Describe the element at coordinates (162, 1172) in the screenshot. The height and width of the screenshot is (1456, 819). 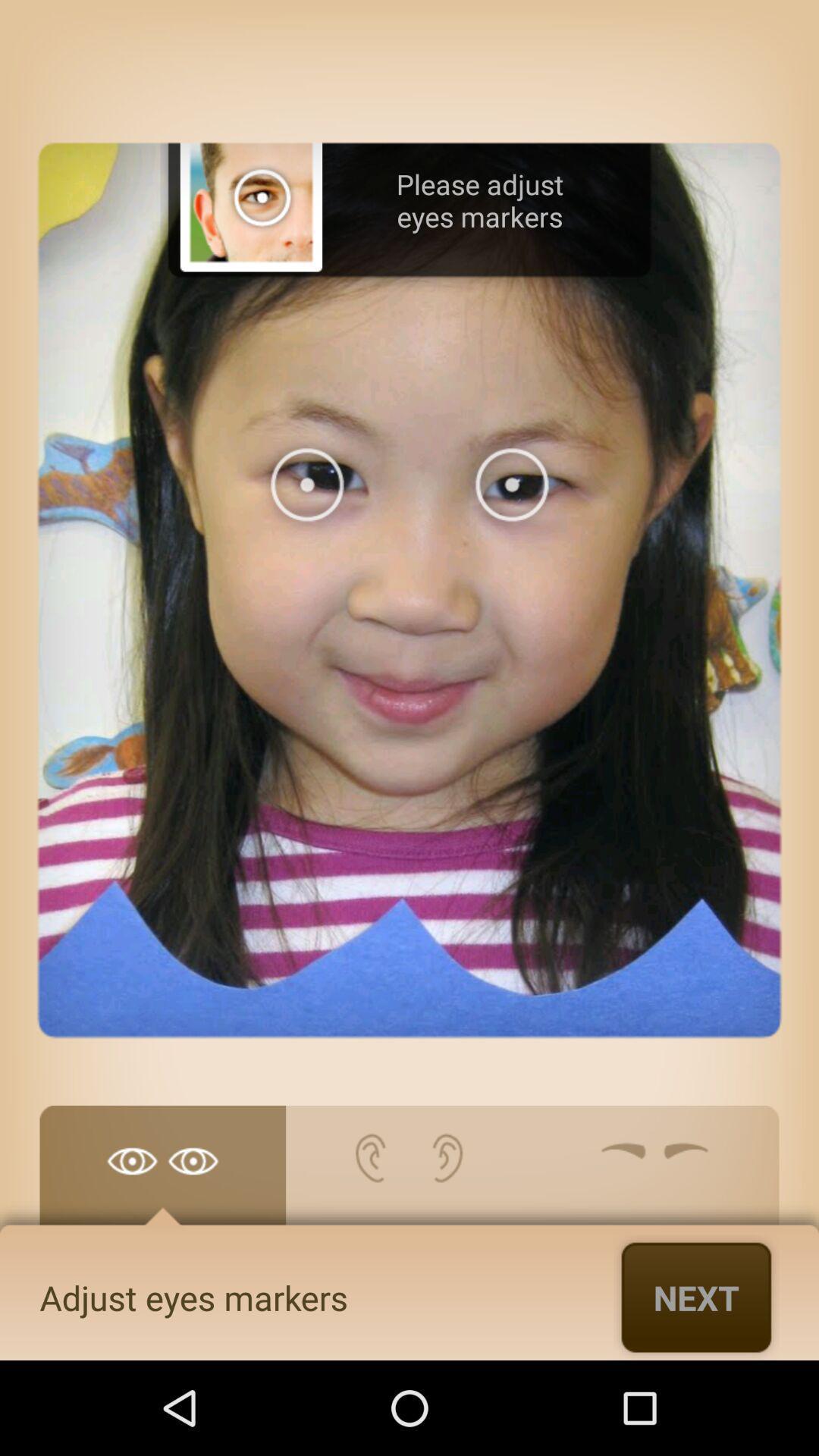
I see `adjust eye markers` at that location.